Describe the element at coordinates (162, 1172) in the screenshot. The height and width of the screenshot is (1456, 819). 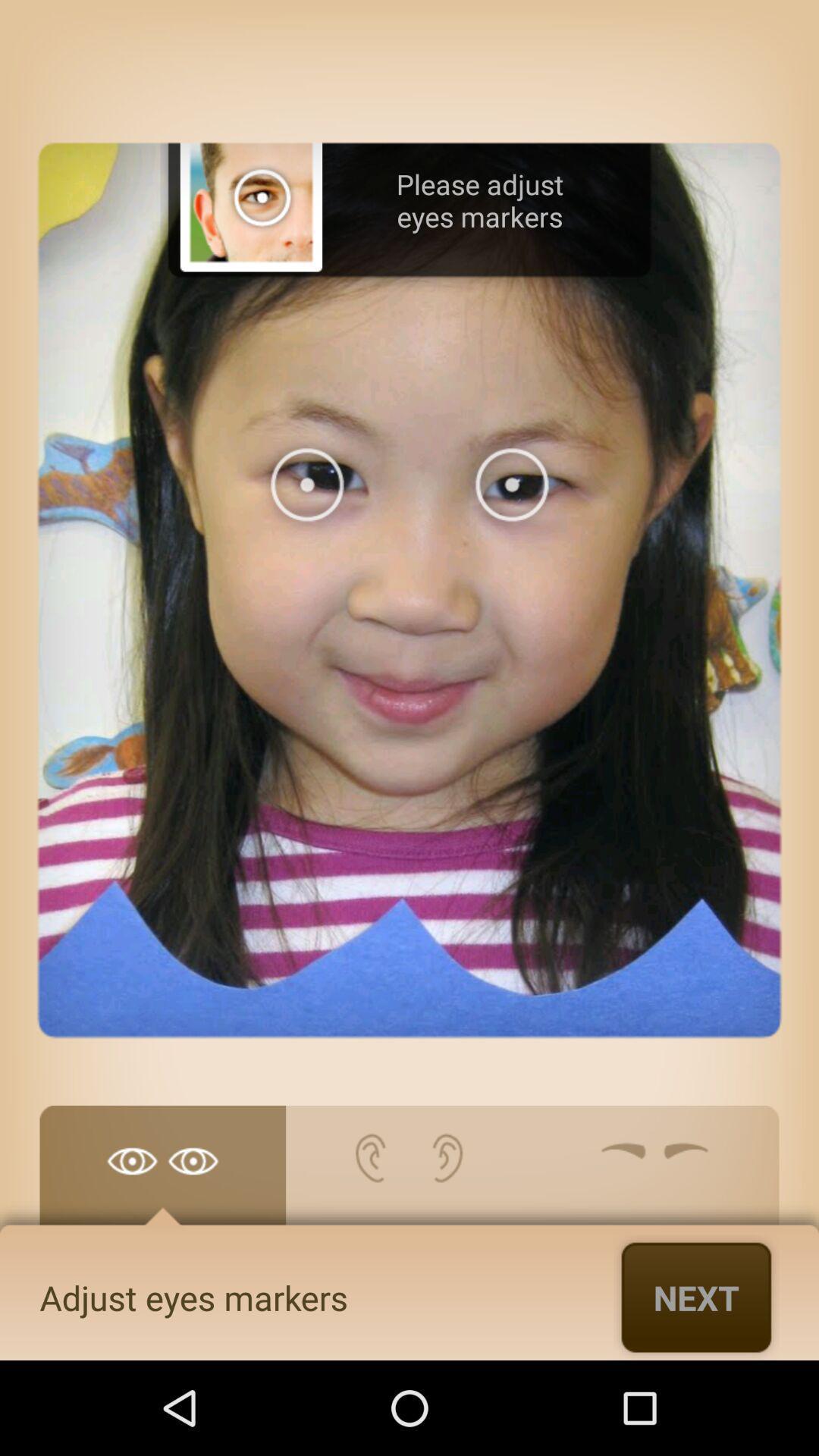
I see `adjust eye markers` at that location.